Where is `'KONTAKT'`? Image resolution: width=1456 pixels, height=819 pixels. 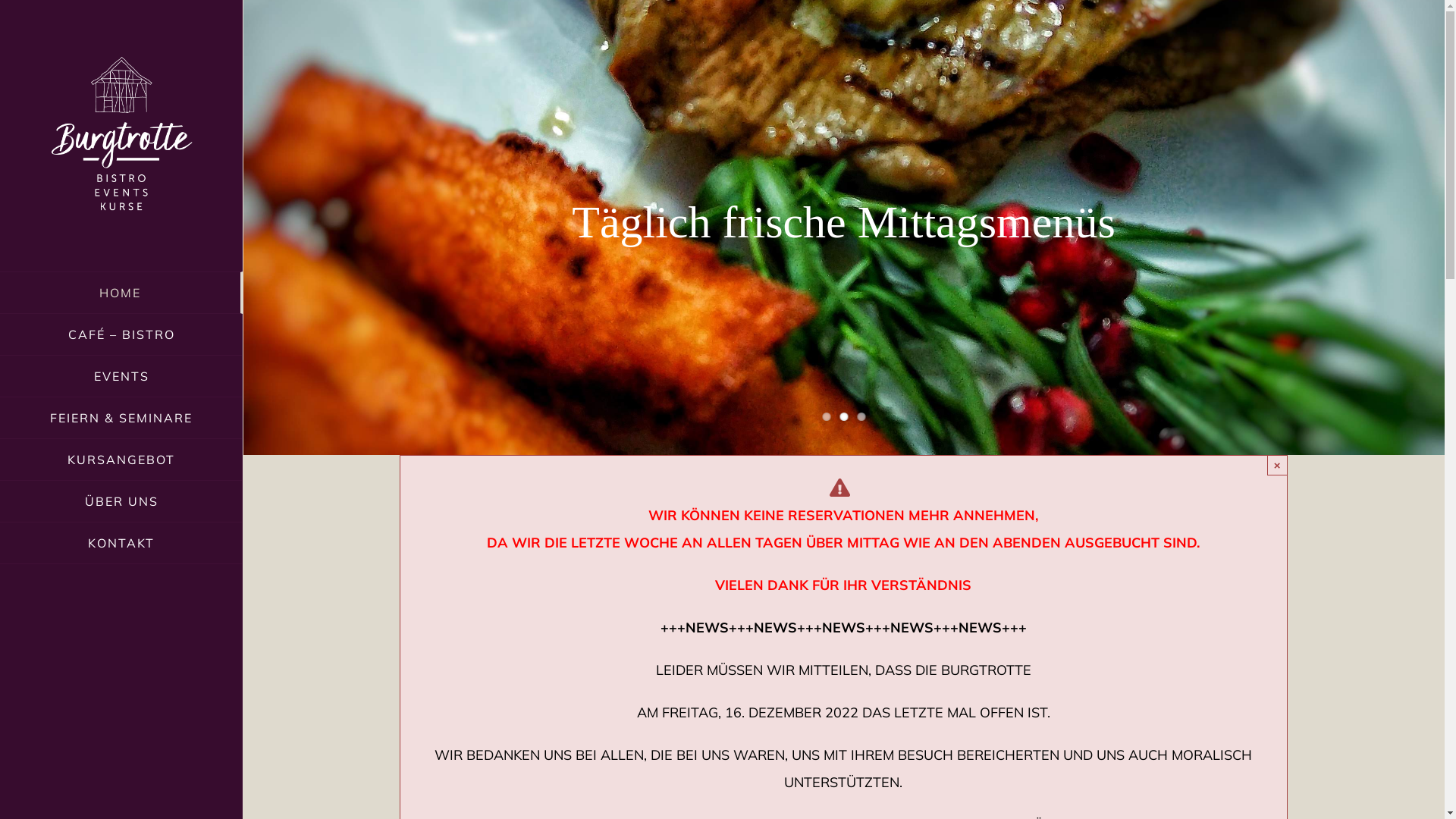
'KONTAKT' is located at coordinates (120, 542).